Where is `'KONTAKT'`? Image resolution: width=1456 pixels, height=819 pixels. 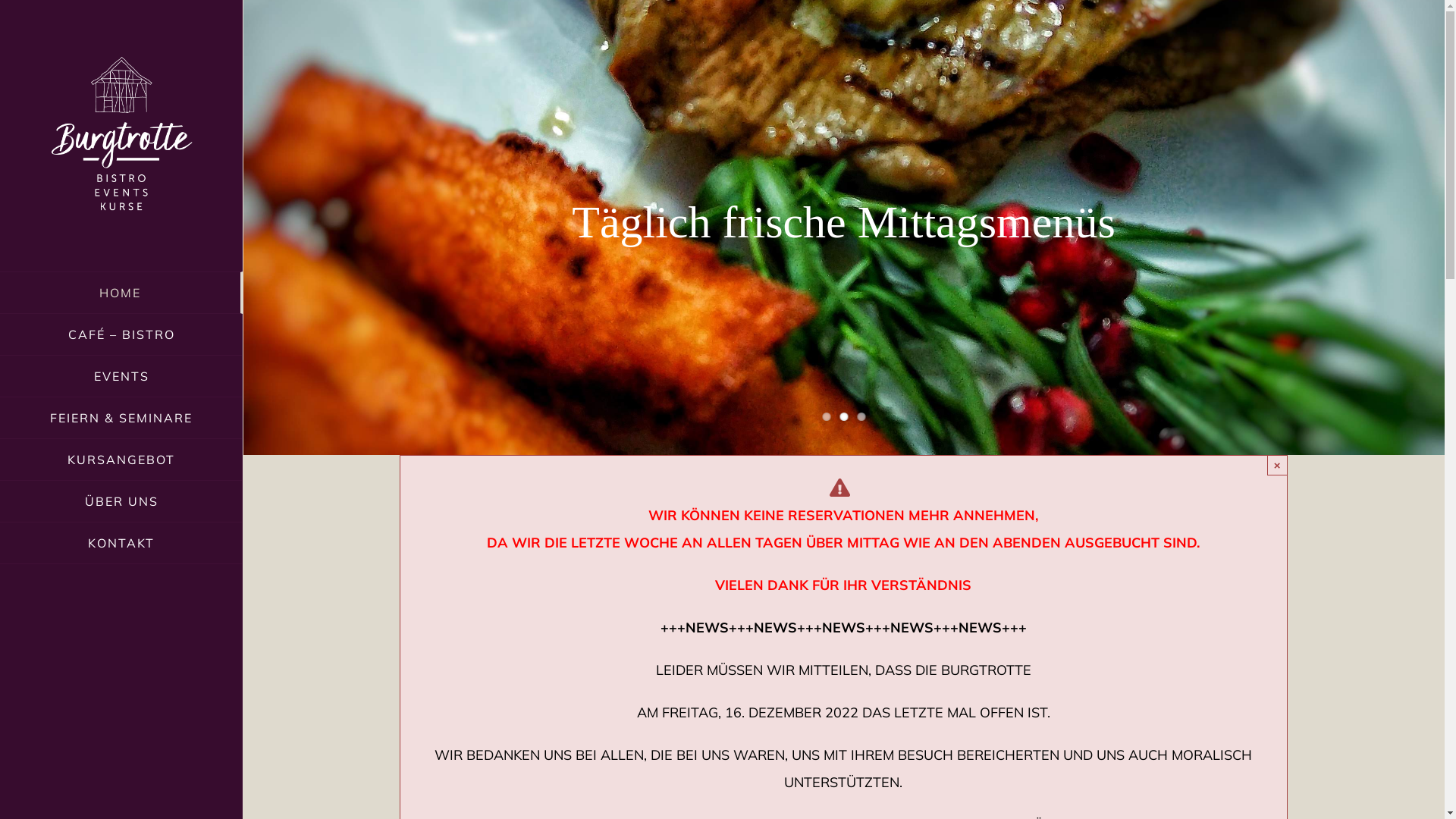
'KONTAKT' is located at coordinates (120, 542).